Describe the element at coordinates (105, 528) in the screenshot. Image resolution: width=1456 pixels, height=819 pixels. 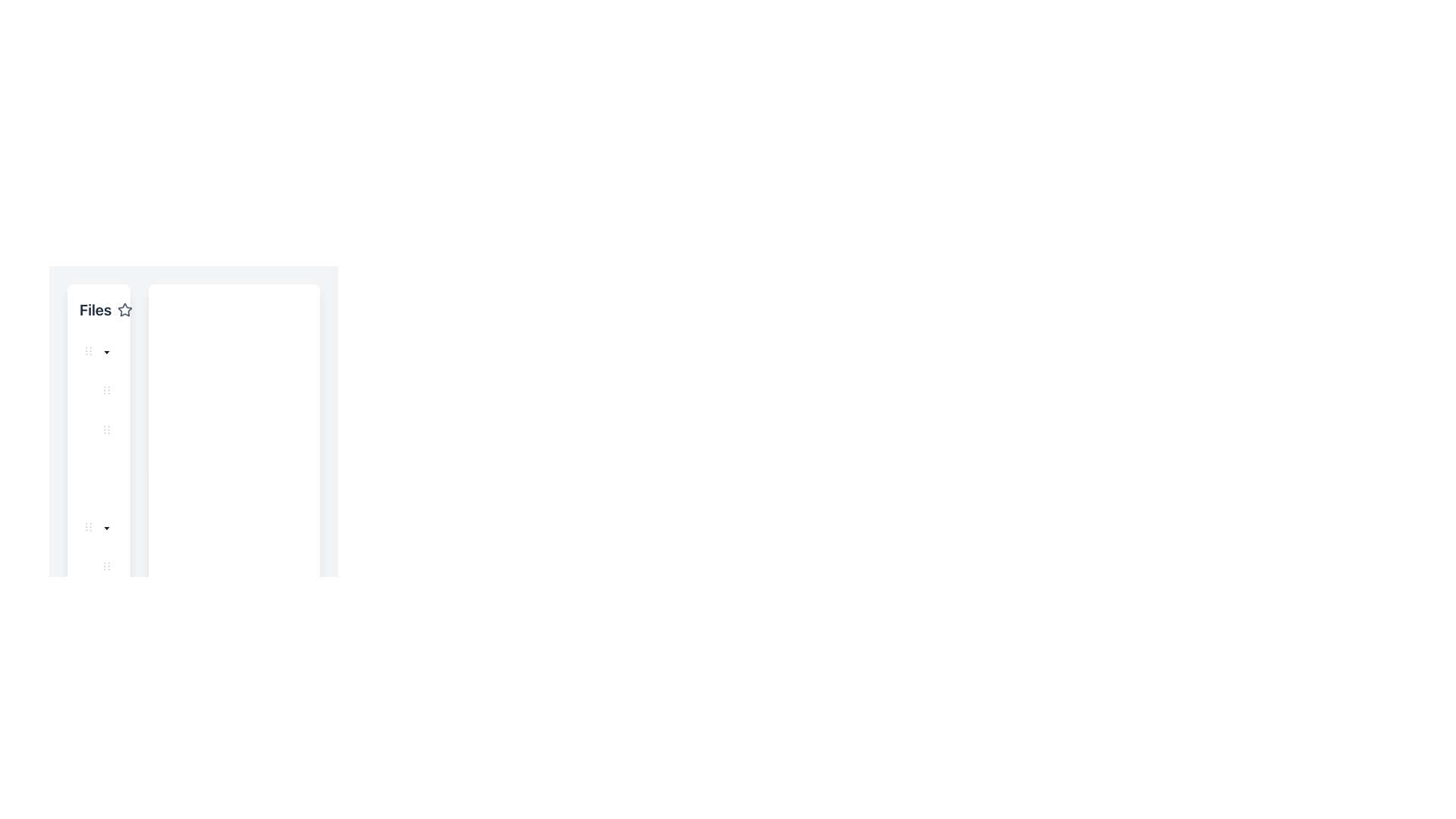
I see `the Dropdown Indicator Icon located in the vertical list aligned with the 'Files' section` at that location.